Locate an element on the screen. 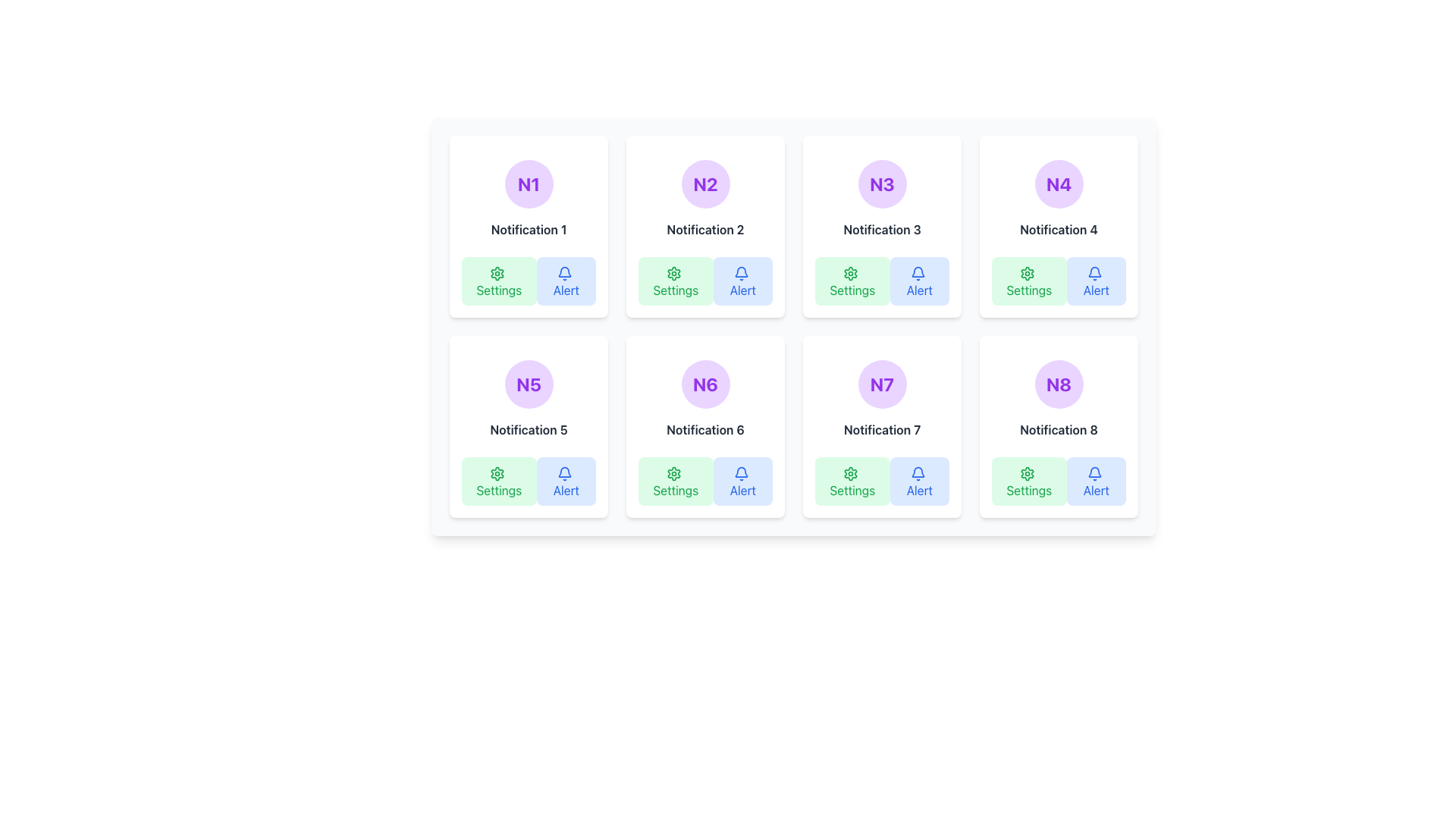 Image resolution: width=1456 pixels, height=819 pixels. the 'Settings' button located at the bottom left of the 'Notification 7' card is located at coordinates (852, 482).